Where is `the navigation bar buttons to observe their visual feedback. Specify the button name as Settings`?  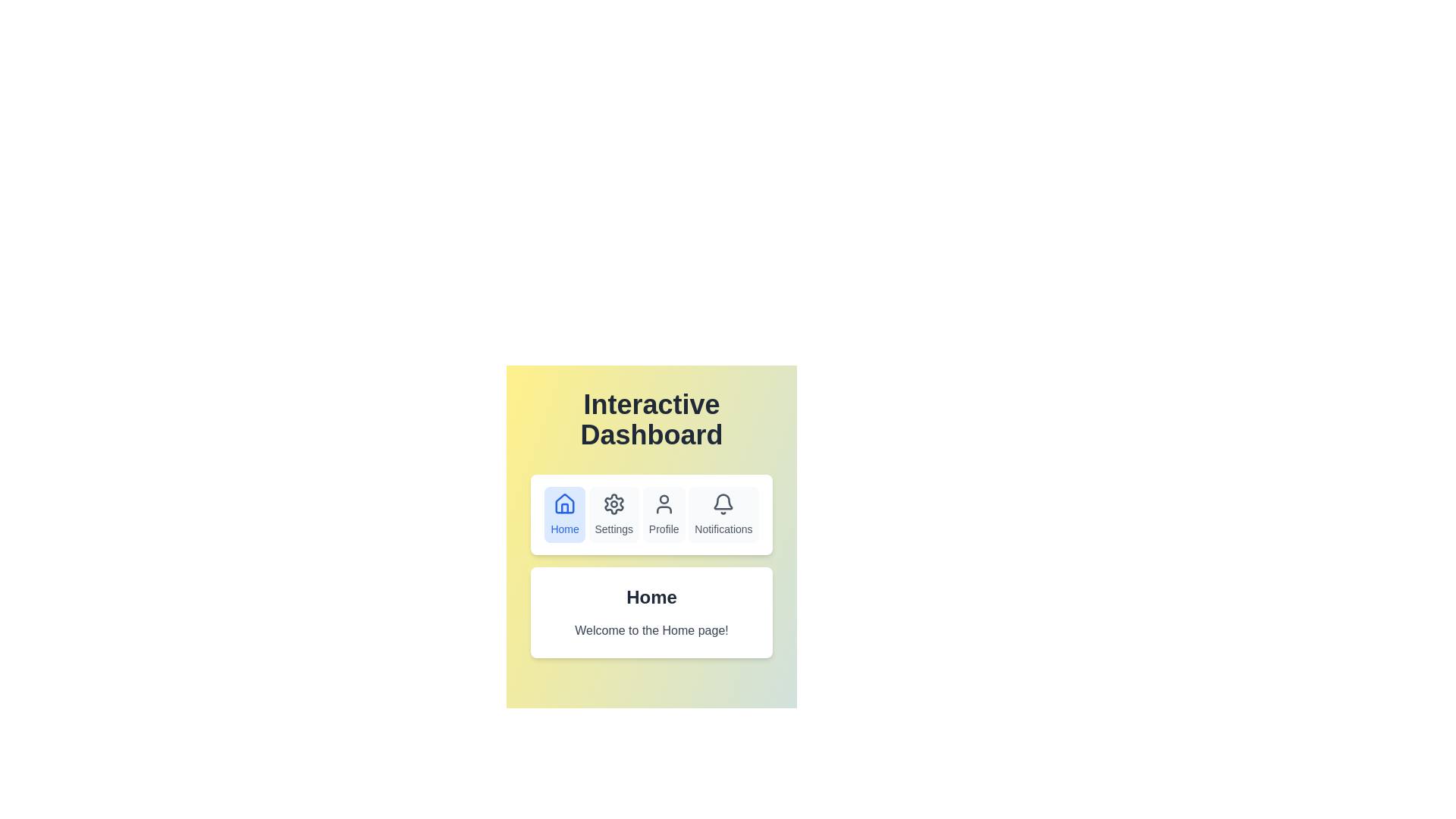
the navigation bar buttons to observe their visual feedback. Specify the button name as Settings is located at coordinates (614, 513).